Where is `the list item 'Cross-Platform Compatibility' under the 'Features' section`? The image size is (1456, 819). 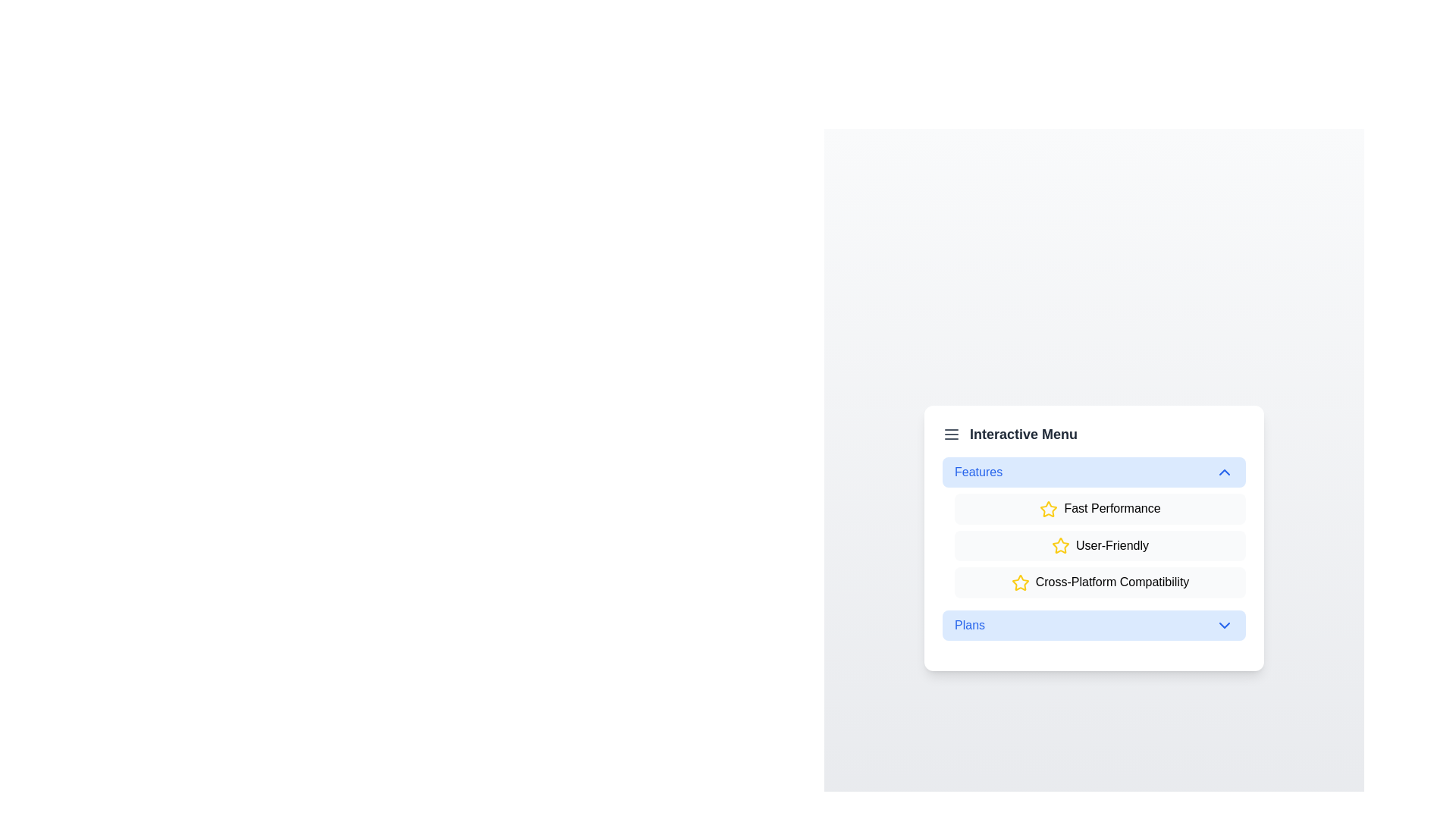
the list item 'Cross-Platform Compatibility' under the 'Features' section is located at coordinates (1100, 582).